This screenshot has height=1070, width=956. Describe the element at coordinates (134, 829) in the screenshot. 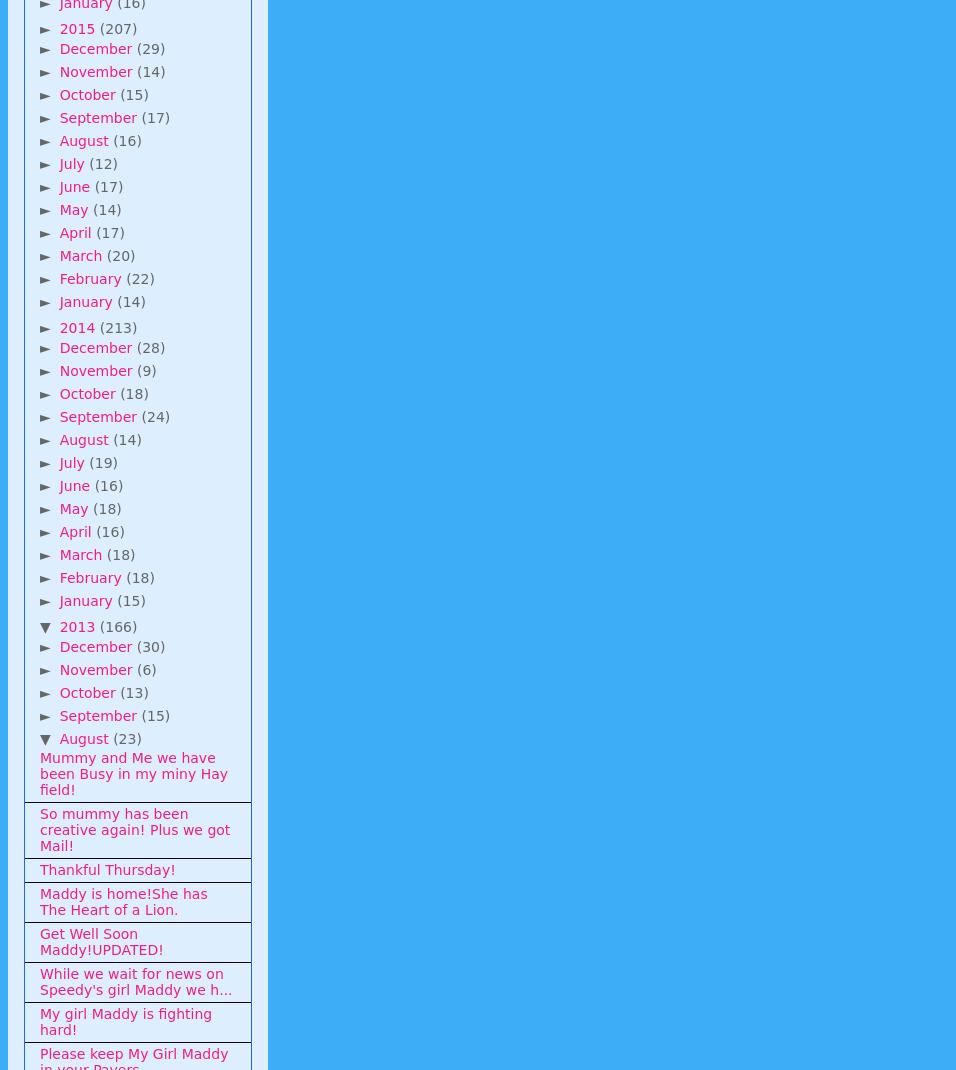

I see `'So mummy has been creative again! Plus we got Mail!'` at that location.